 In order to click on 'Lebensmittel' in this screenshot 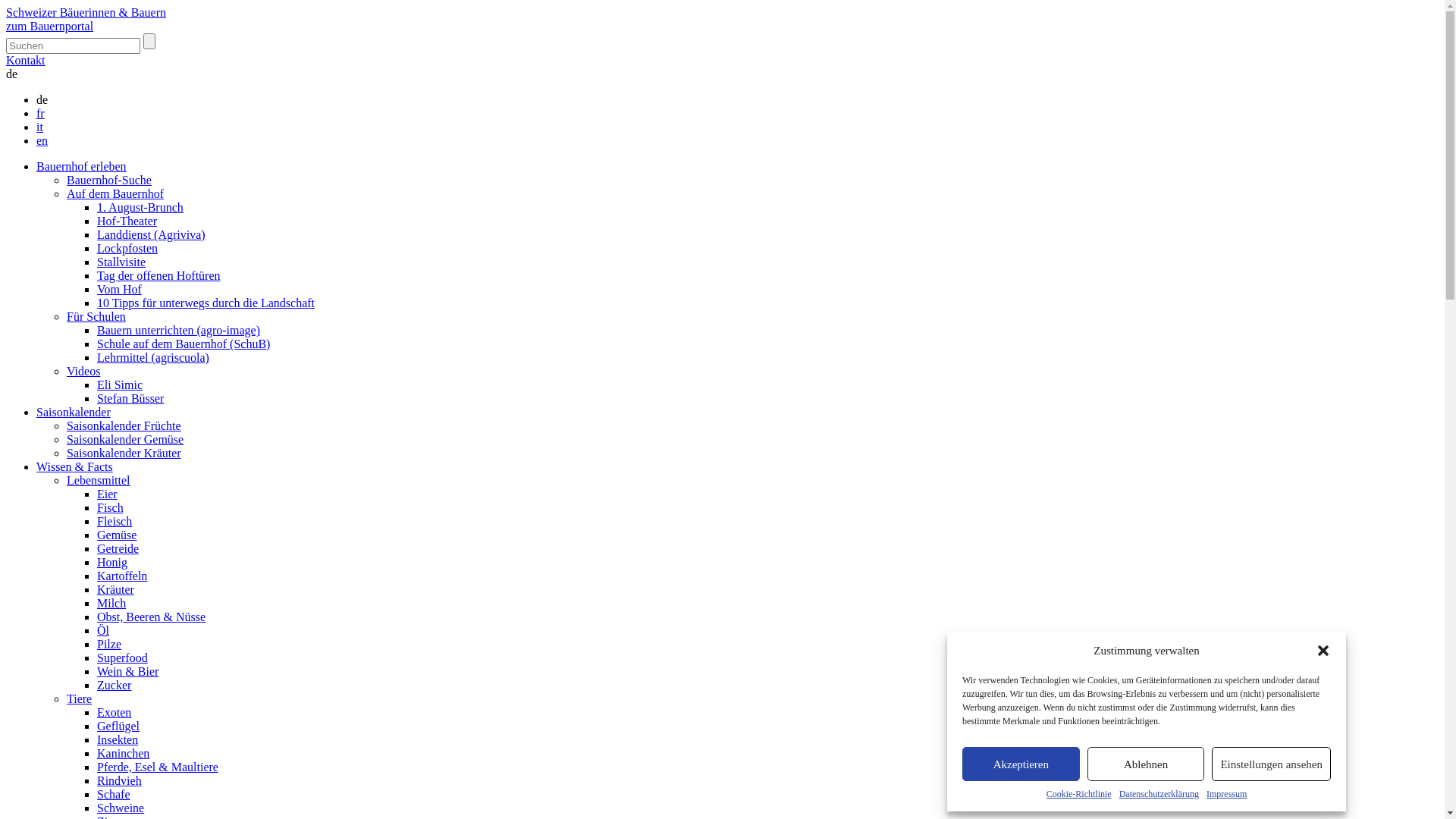, I will do `click(97, 480)`.